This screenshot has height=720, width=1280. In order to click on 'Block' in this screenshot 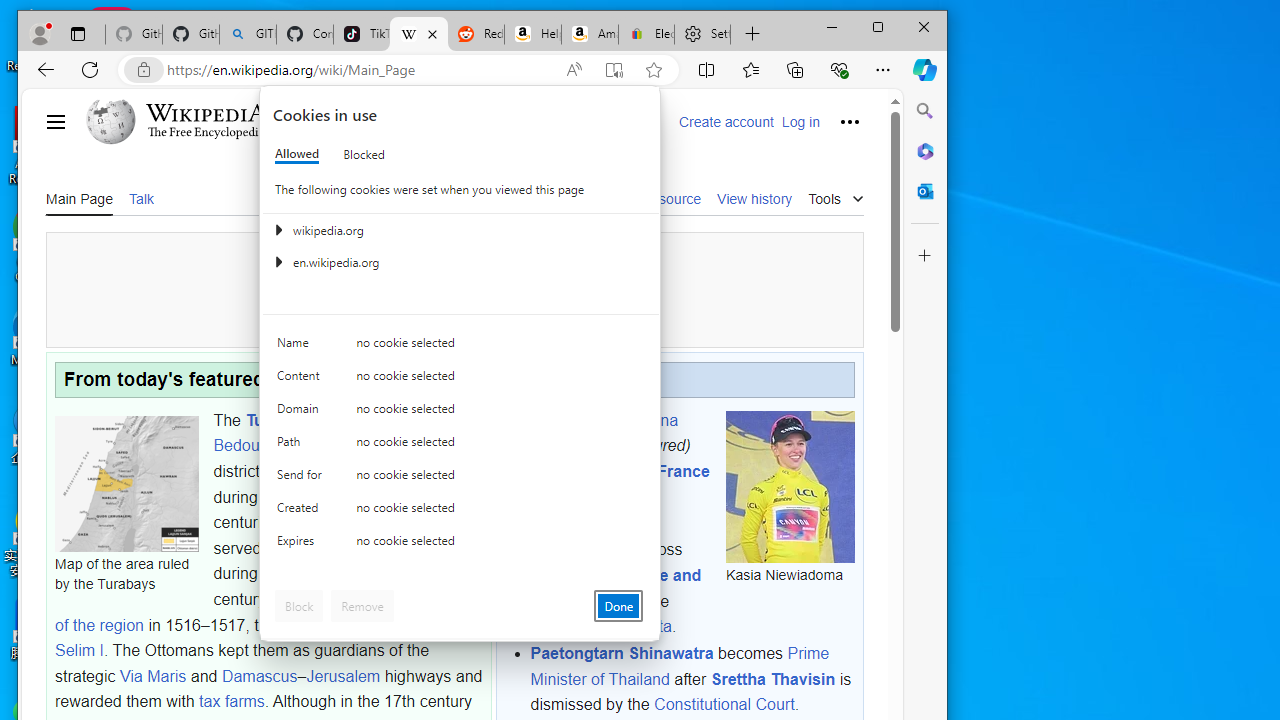, I will do `click(298, 604)`.